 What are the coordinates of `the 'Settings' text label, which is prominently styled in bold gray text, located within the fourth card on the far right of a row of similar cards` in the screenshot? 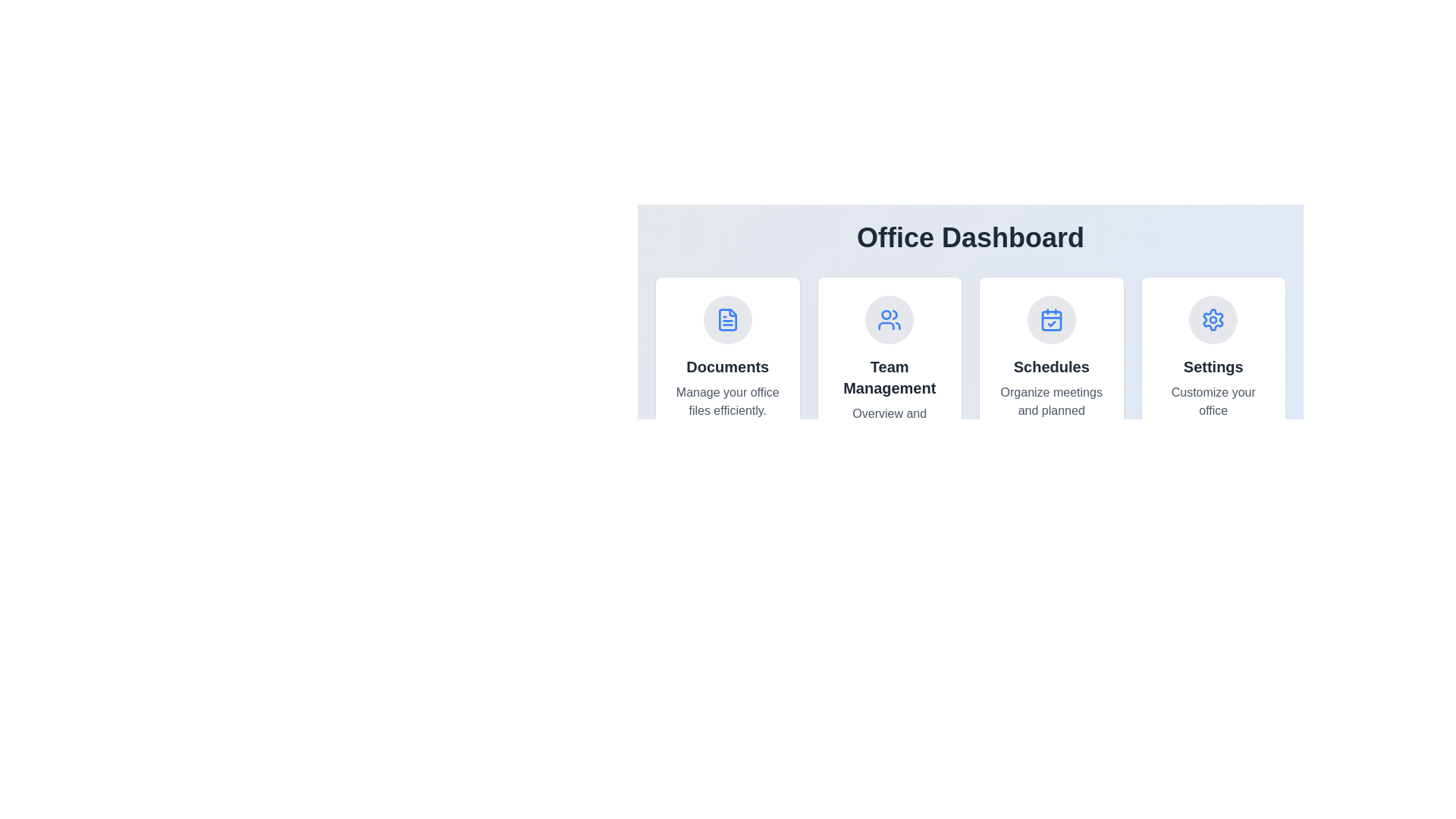 It's located at (1213, 366).